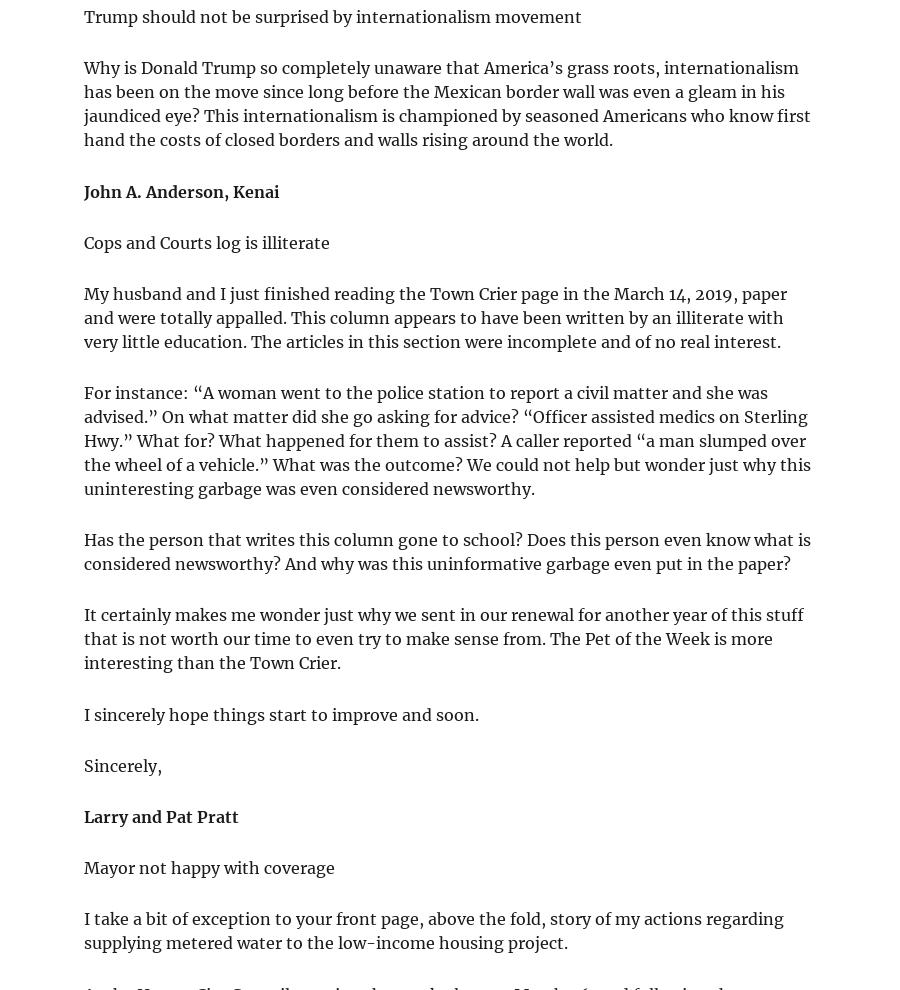 Image resolution: width=900 pixels, height=990 pixels. What do you see at coordinates (82, 315) in the screenshot?
I see `'My husband and I just finished reading the Town Crier page in the March 14, 2019, paper and were totally appalled. This column appears to have been written by an illiterate with very little education. The articles in this section were incomplete and of no real interest.'` at bounding box center [82, 315].